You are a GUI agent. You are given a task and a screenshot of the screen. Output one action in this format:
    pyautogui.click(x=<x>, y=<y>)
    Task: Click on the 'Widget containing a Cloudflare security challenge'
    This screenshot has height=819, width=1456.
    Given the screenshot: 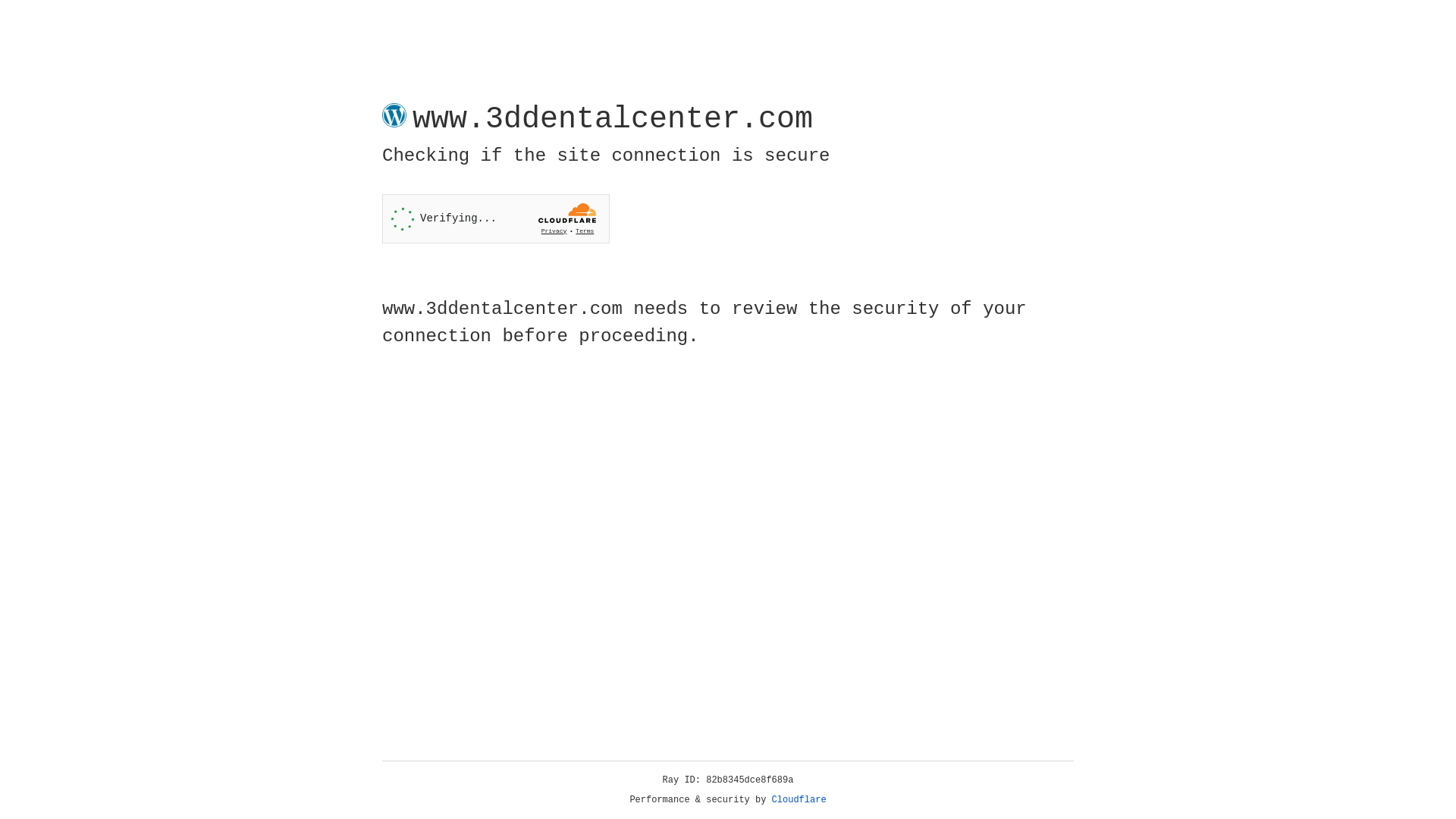 What is the action you would take?
    pyautogui.click(x=495, y=218)
    